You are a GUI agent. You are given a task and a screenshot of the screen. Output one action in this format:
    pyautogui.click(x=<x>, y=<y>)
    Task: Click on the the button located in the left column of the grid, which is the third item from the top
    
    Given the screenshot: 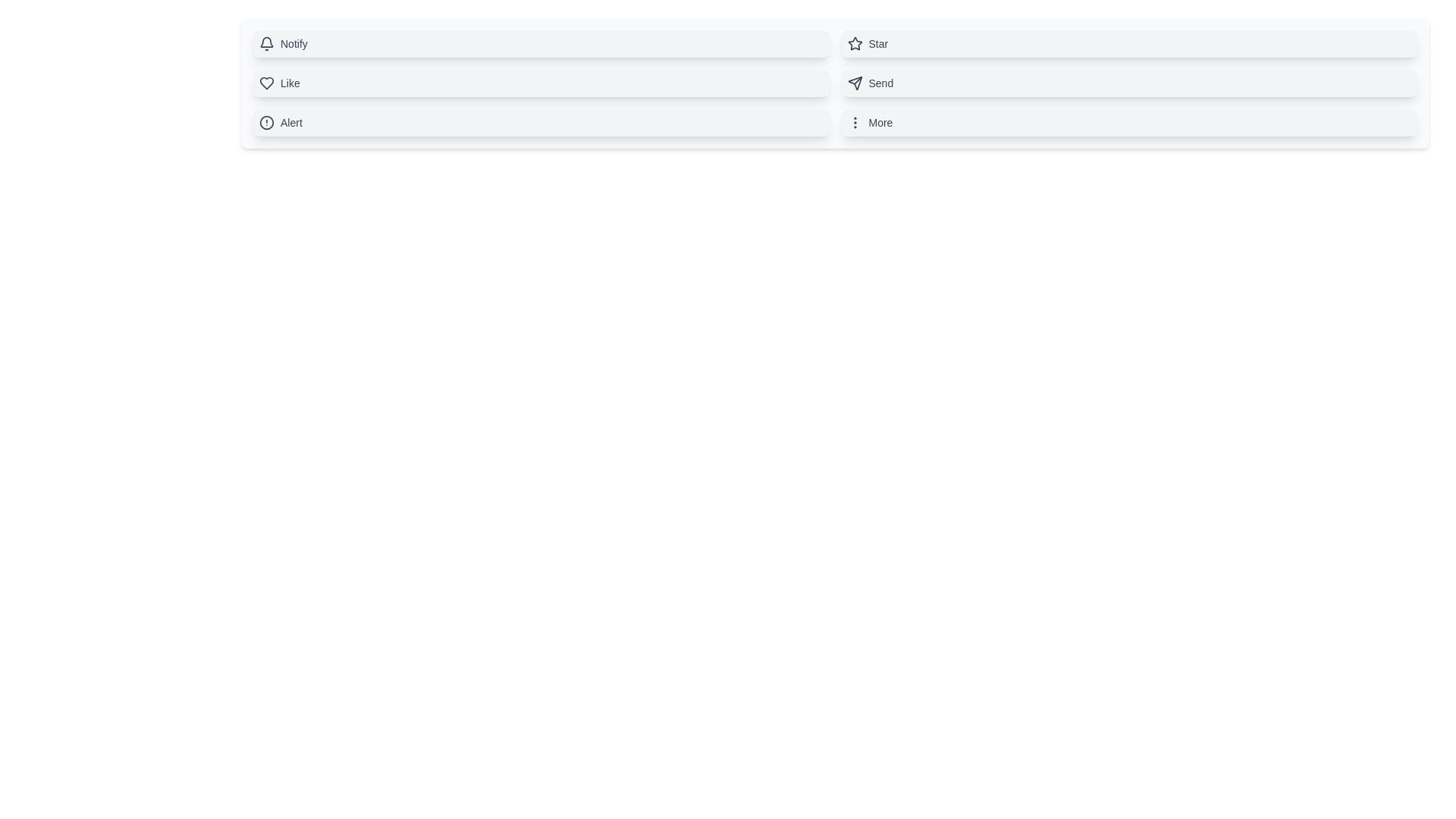 What is the action you would take?
    pyautogui.click(x=541, y=122)
    